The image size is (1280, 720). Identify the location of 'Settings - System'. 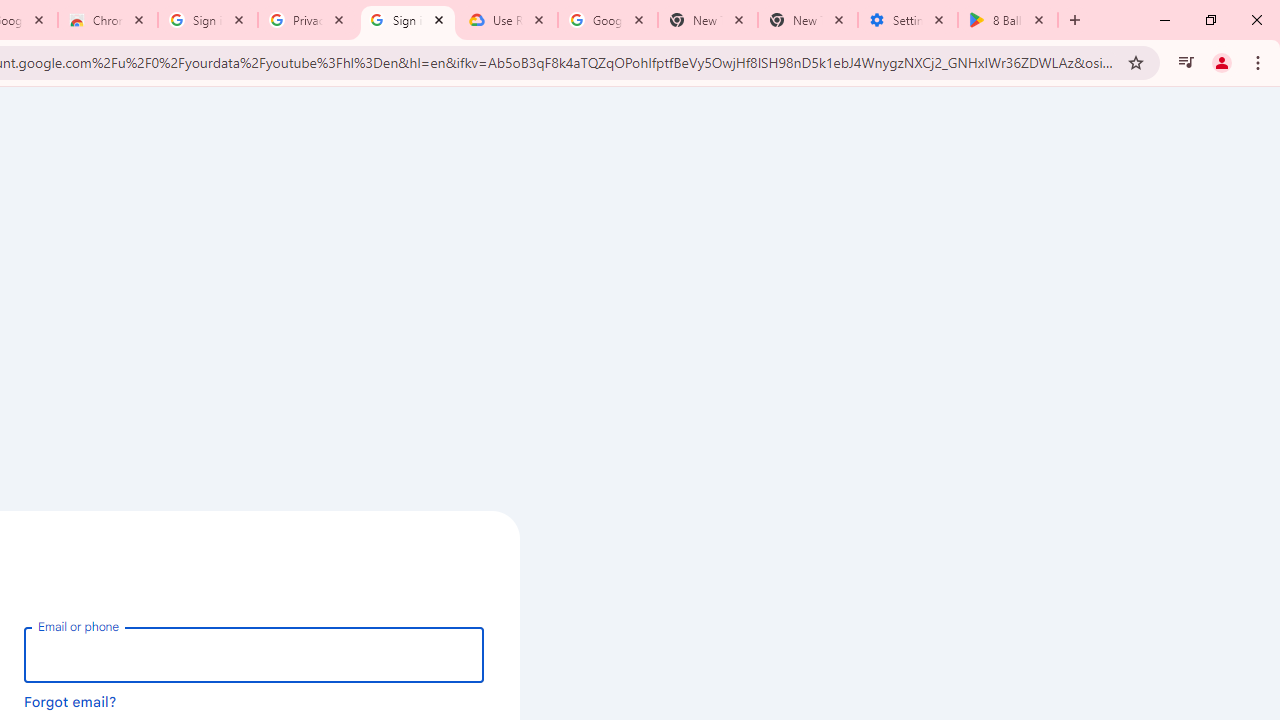
(906, 20).